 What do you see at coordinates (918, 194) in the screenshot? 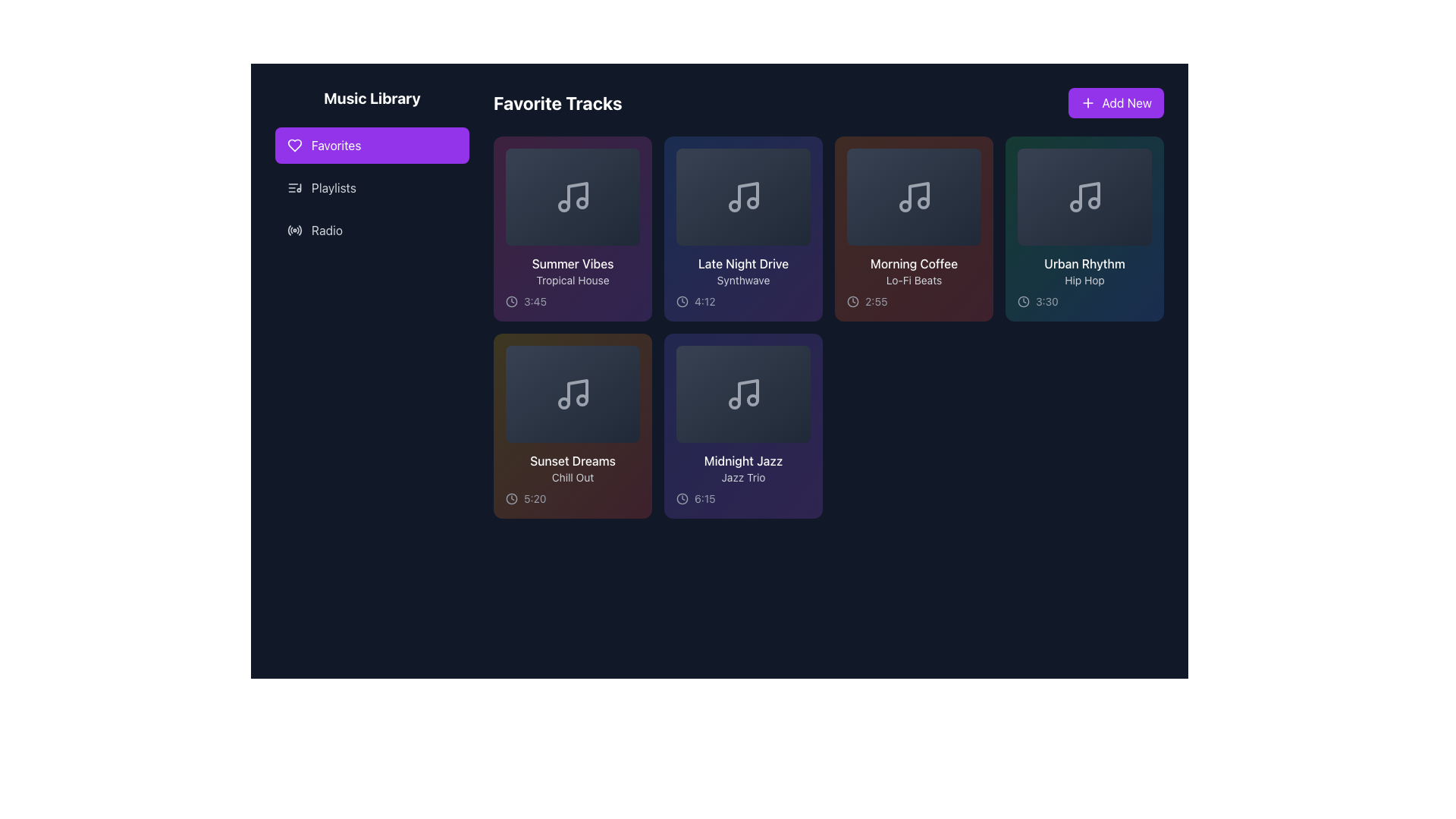
I see `the graphical music note icon represented in a minimalist design, which is part of an SVG element centered around the title 'Morning Coffee'` at bounding box center [918, 194].